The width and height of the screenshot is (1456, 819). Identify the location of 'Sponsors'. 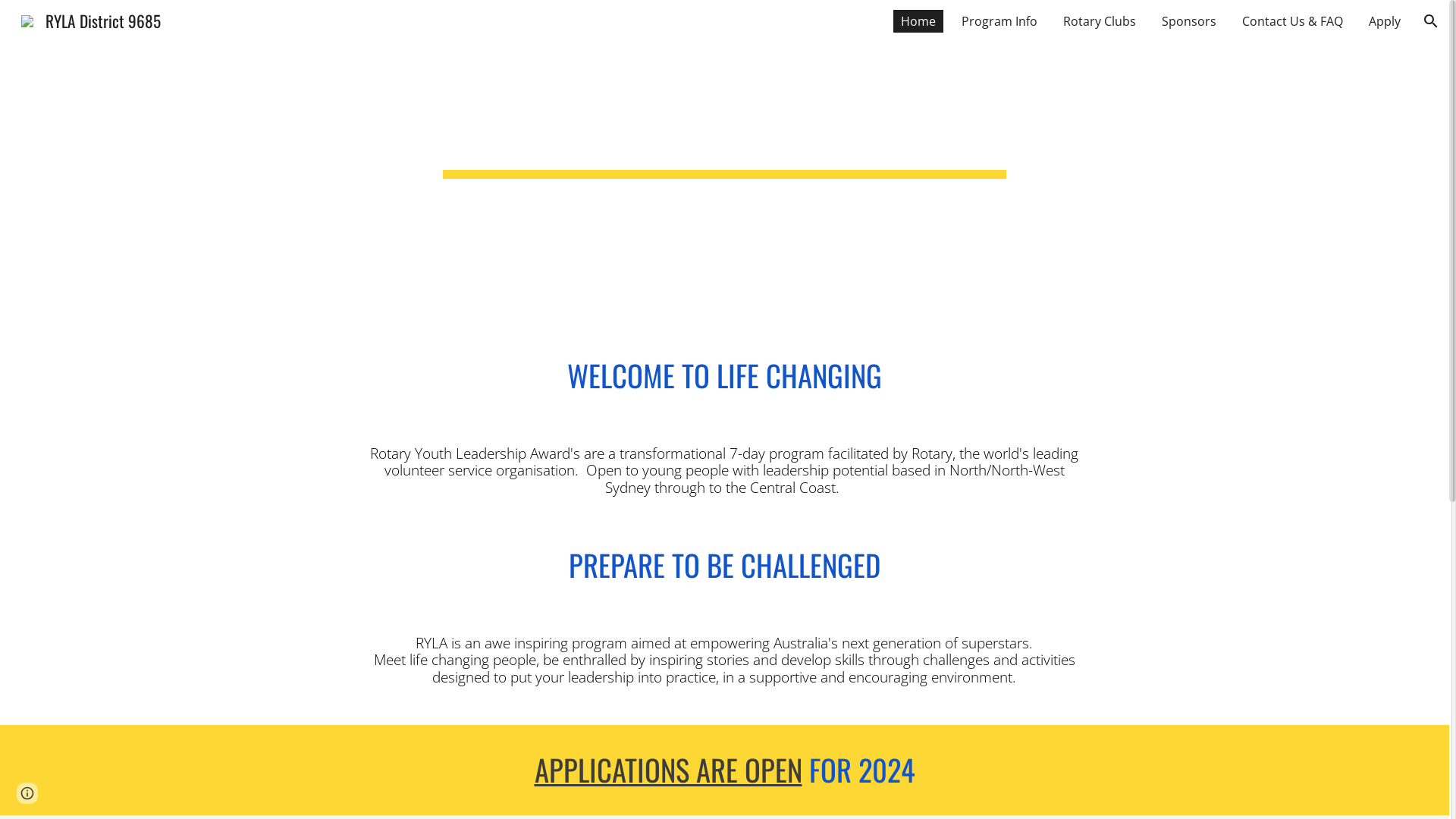
(1188, 20).